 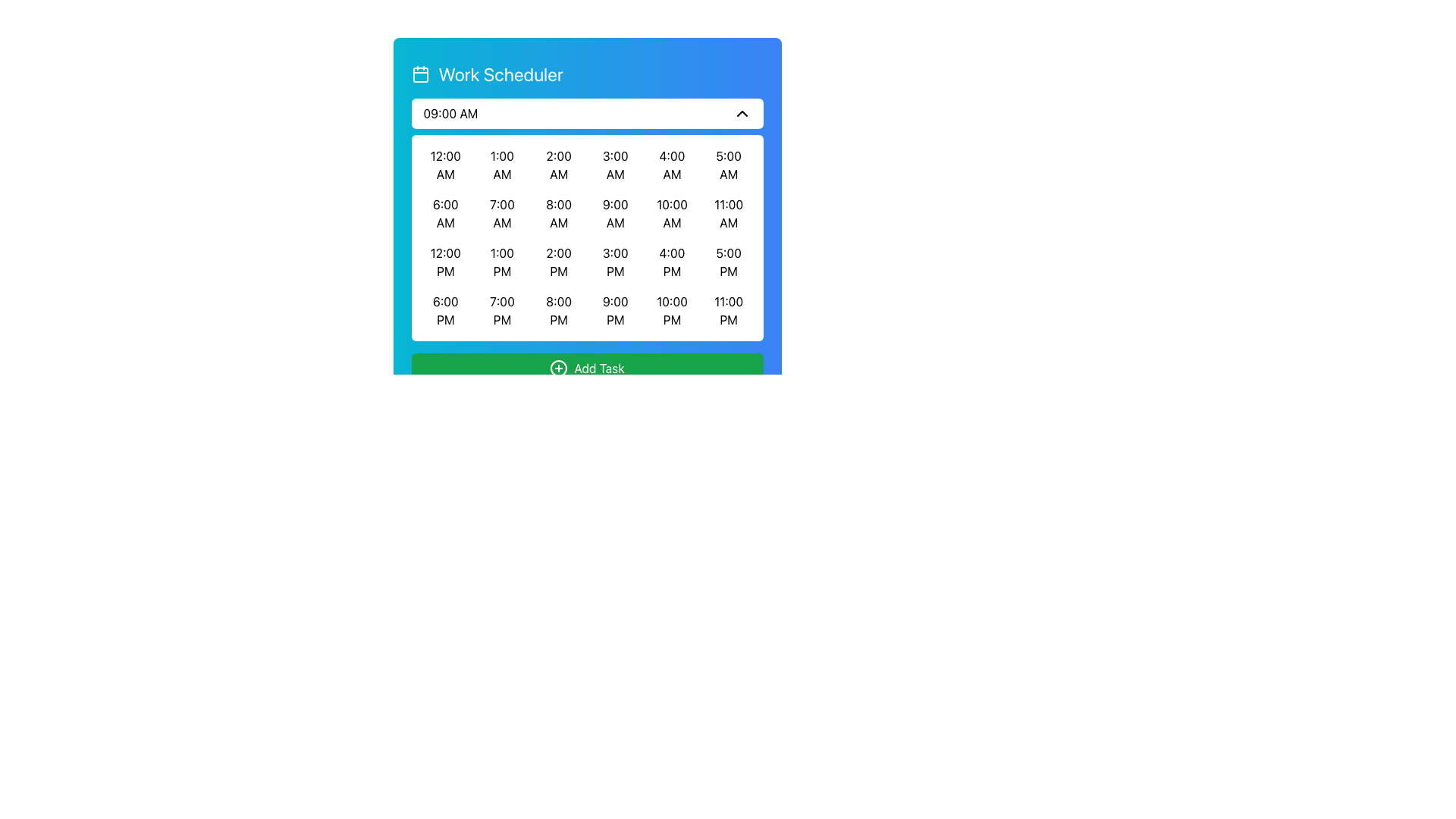 What do you see at coordinates (742, 113) in the screenshot?
I see `the chevron button (icon) located to the right of '09:00 AM'` at bounding box center [742, 113].